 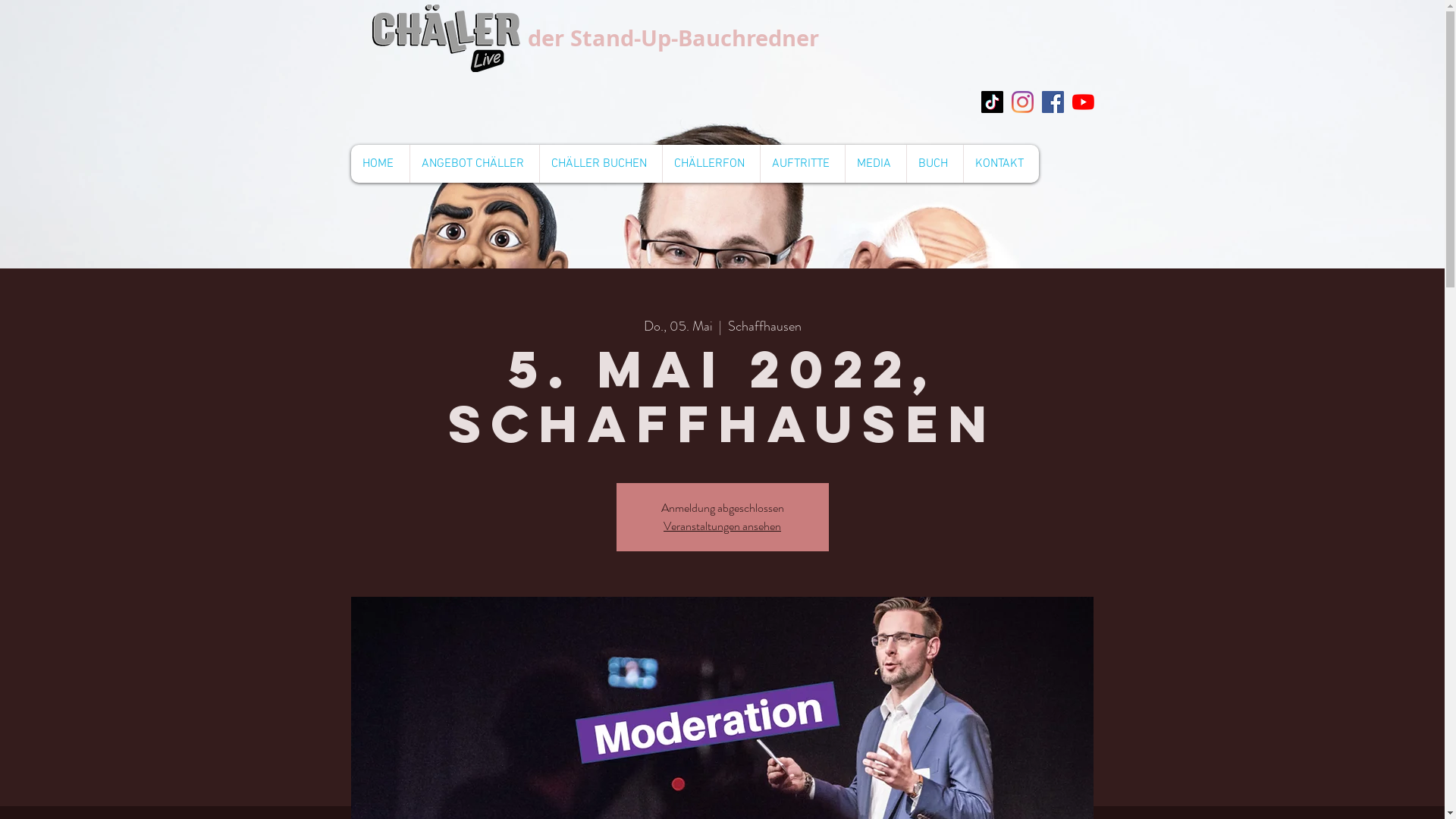 I want to click on 'BUCH', so click(x=905, y=164).